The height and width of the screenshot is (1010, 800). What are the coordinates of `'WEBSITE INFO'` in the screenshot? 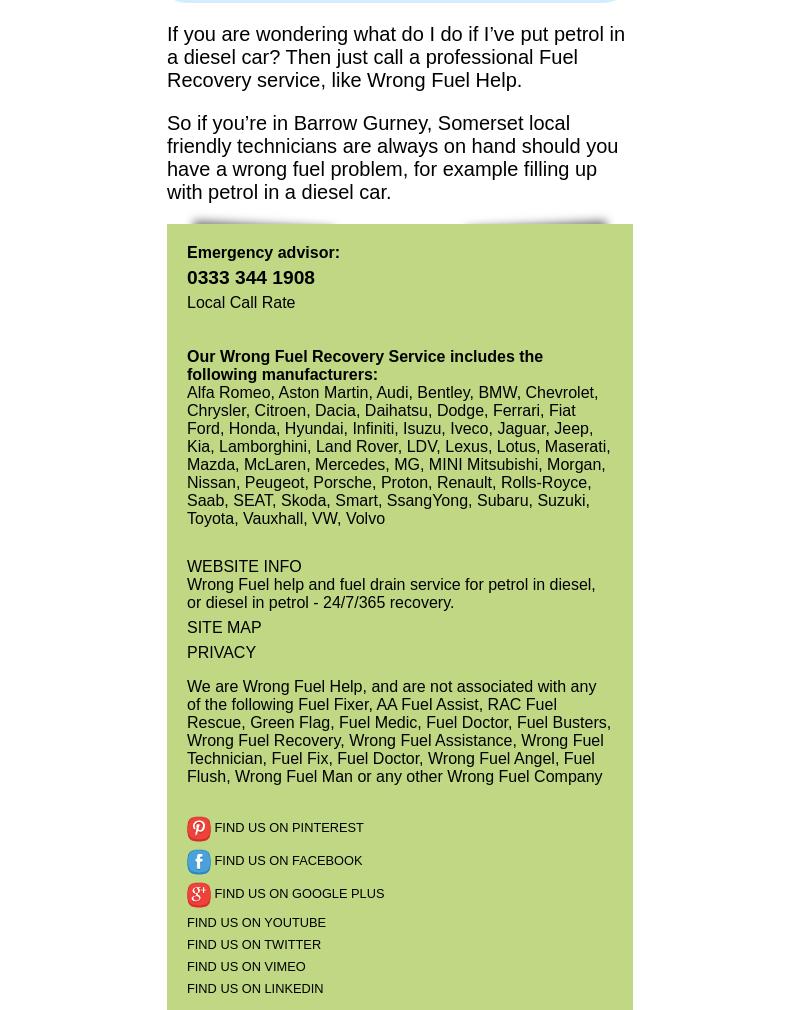 It's located at (243, 564).